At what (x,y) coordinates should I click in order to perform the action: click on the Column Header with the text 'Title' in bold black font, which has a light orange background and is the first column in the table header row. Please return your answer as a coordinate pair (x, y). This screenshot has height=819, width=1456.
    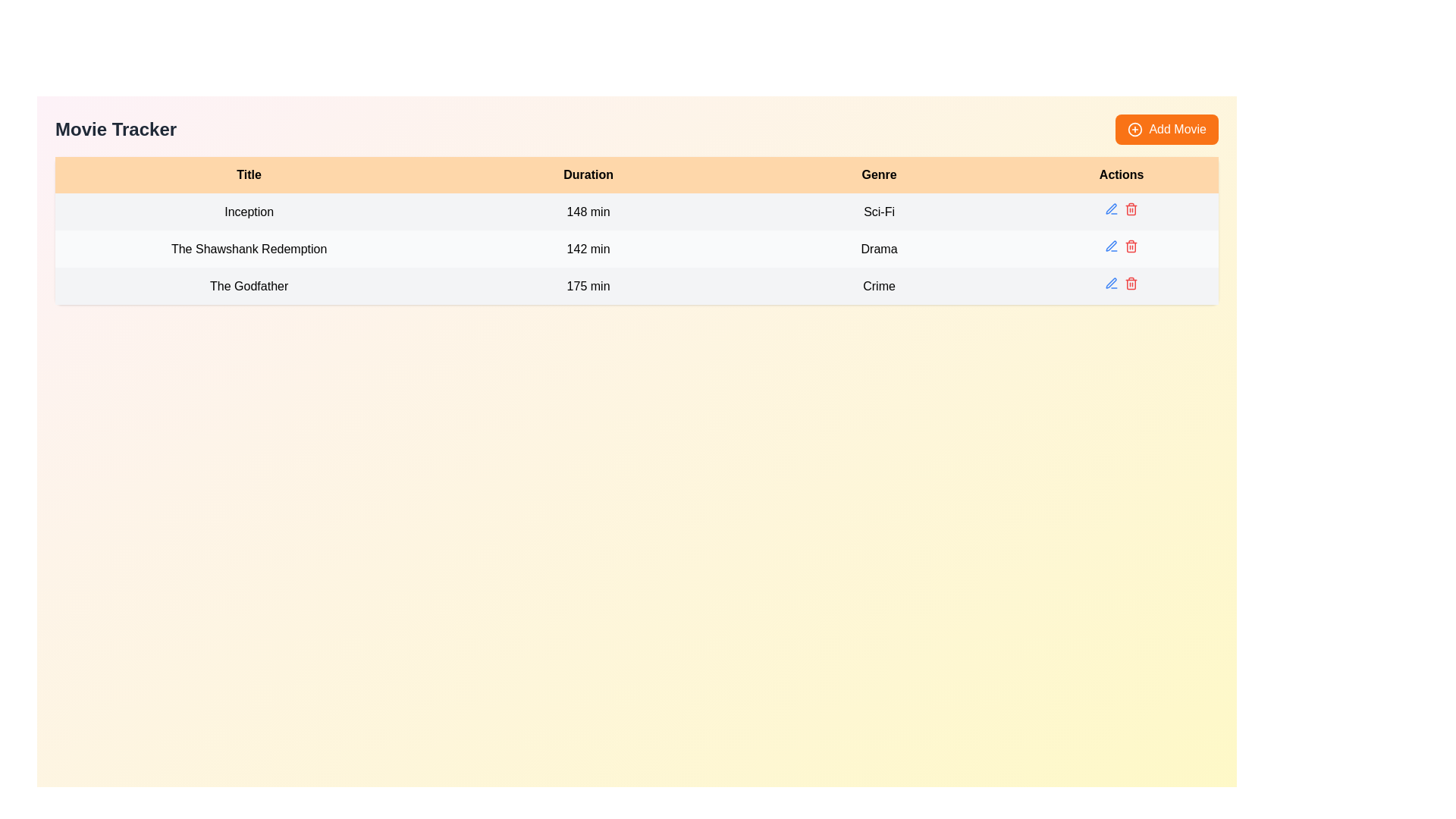
    Looking at the image, I should click on (249, 174).